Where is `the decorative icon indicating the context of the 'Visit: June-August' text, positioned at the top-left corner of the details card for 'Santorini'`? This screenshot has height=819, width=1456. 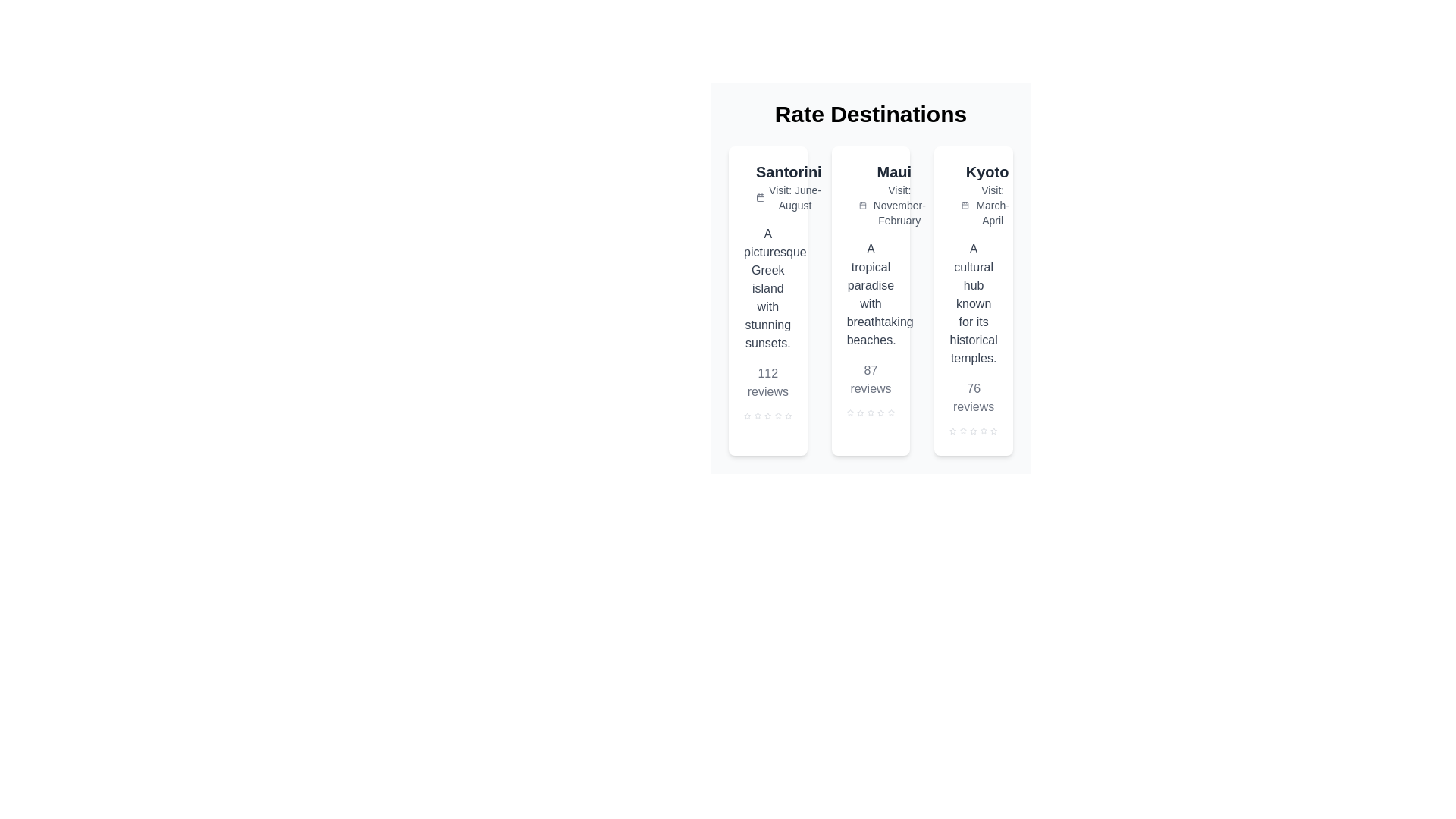 the decorative icon indicating the context of the 'Visit: June-August' text, positioned at the top-left corner of the details card for 'Santorini' is located at coordinates (761, 197).